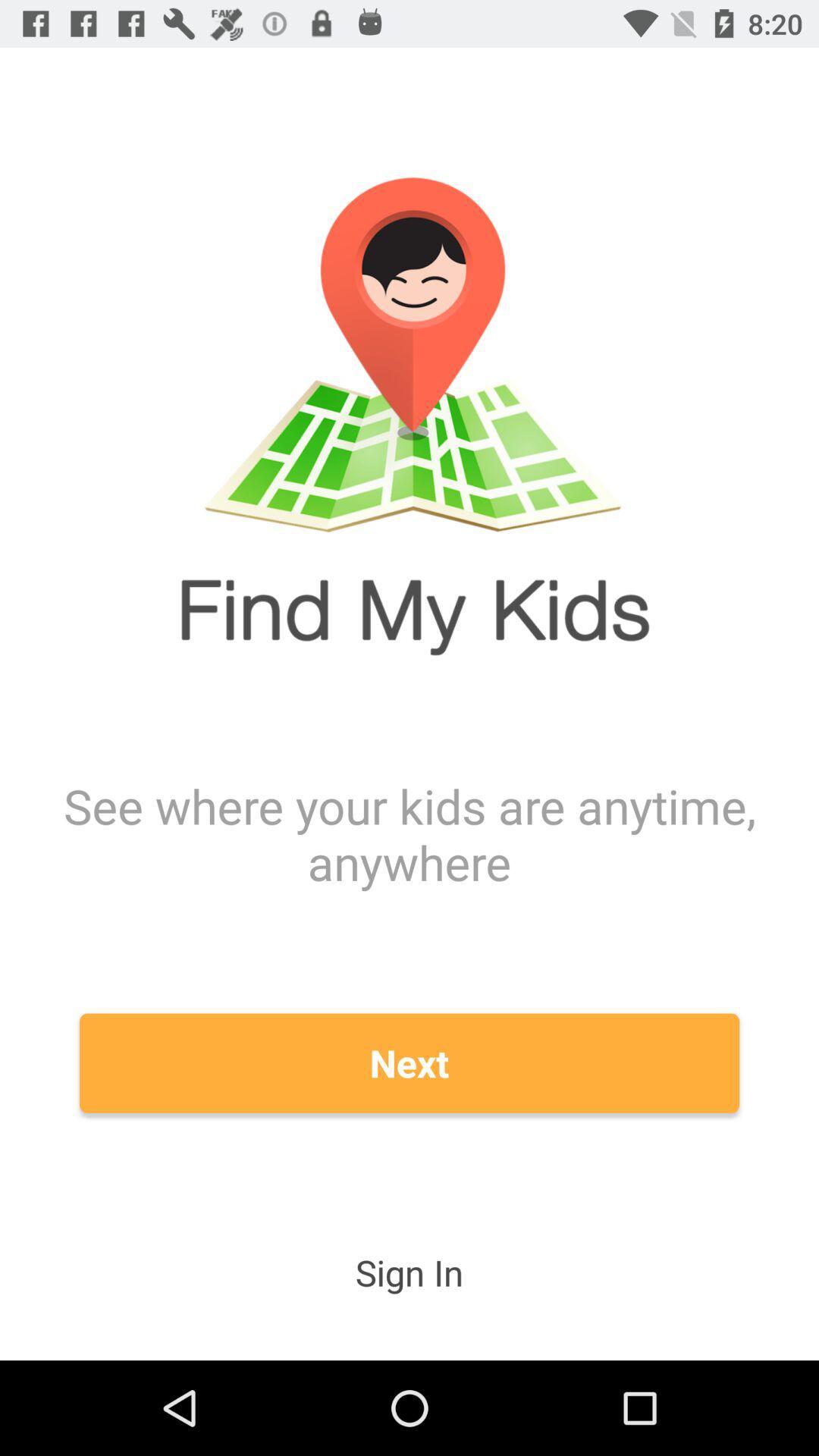 This screenshot has height=1456, width=819. I want to click on sign in item, so click(409, 1272).